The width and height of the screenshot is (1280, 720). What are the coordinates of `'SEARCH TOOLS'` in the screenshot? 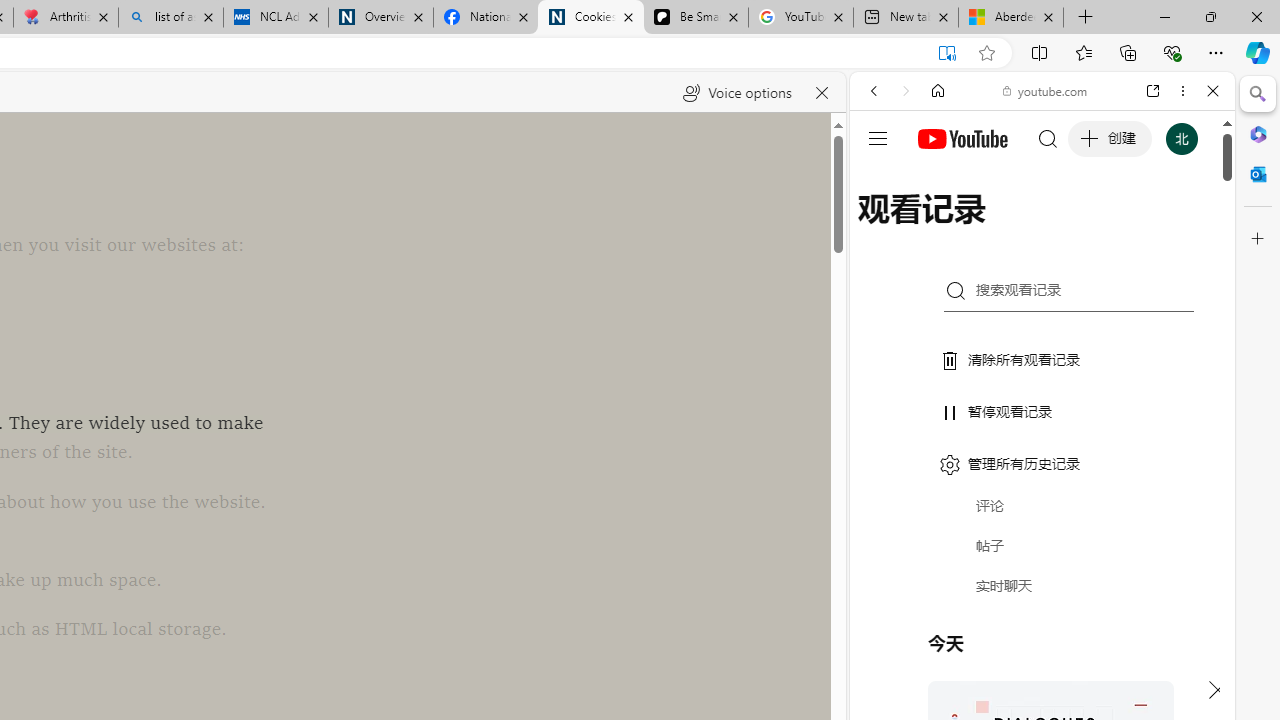 It's located at (1092, 227).